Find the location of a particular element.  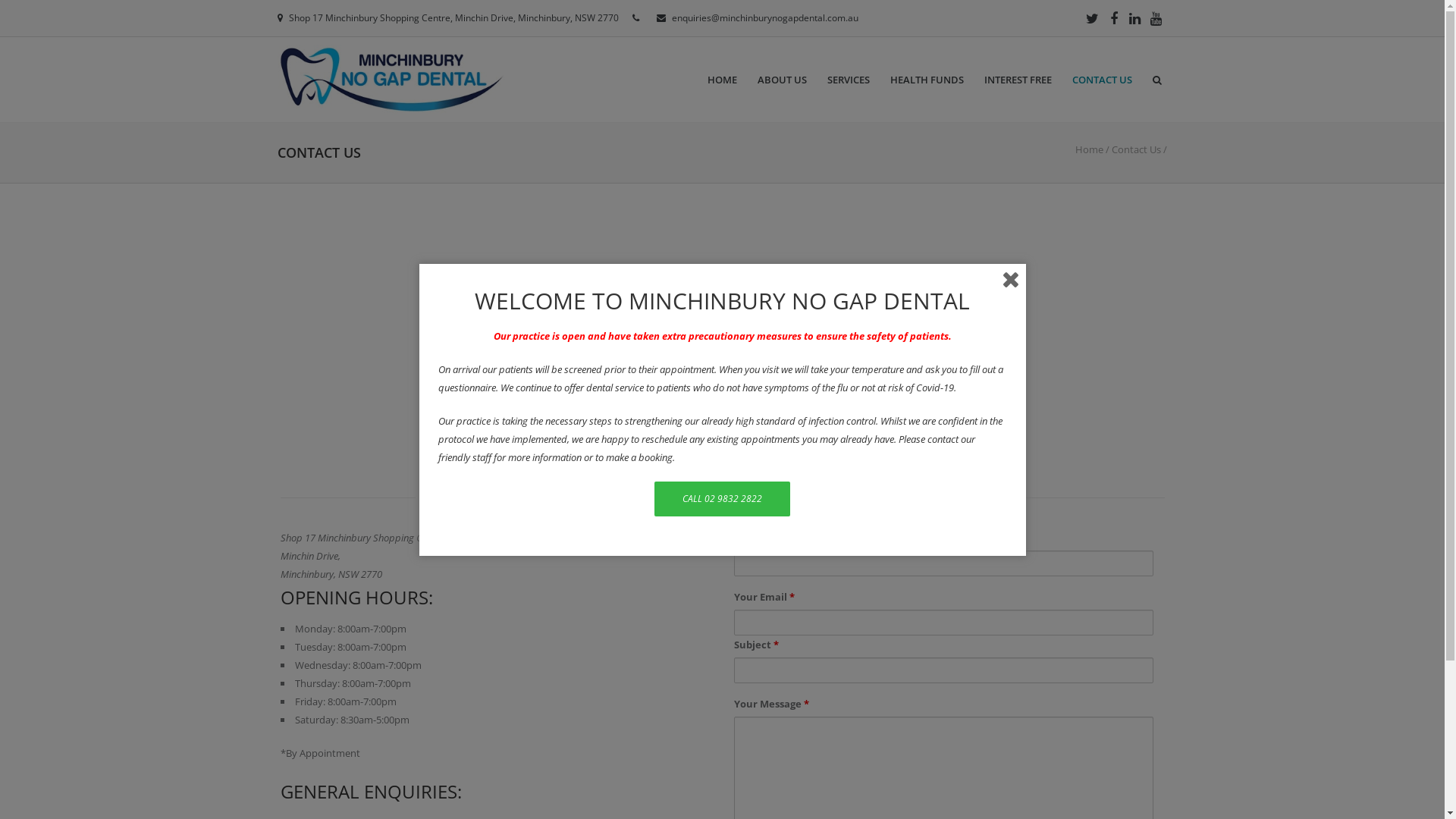

'CALL 02 9832 2822' is located at coordinates (654, 497).